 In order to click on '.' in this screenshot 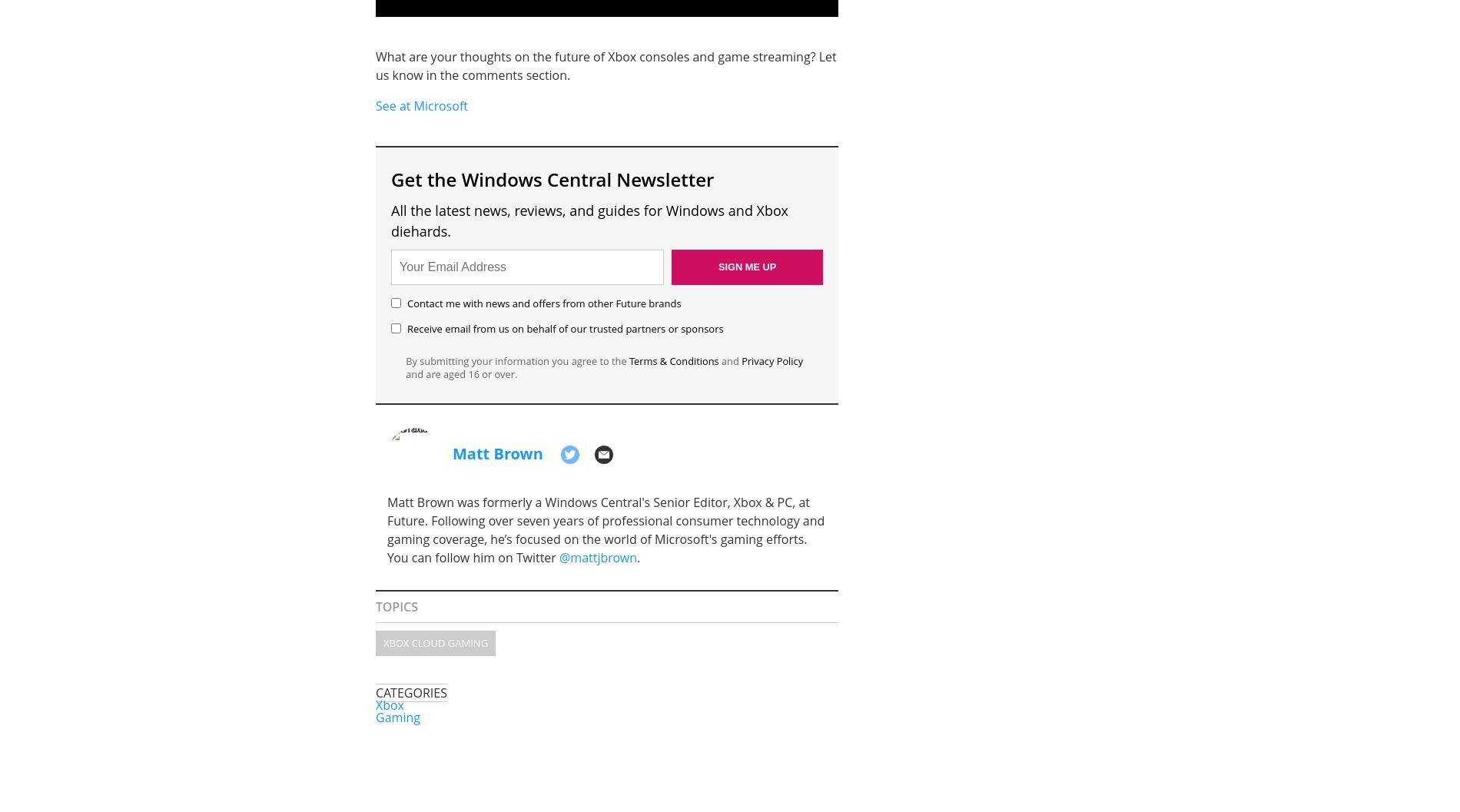, I will do `click(638, 556)`.